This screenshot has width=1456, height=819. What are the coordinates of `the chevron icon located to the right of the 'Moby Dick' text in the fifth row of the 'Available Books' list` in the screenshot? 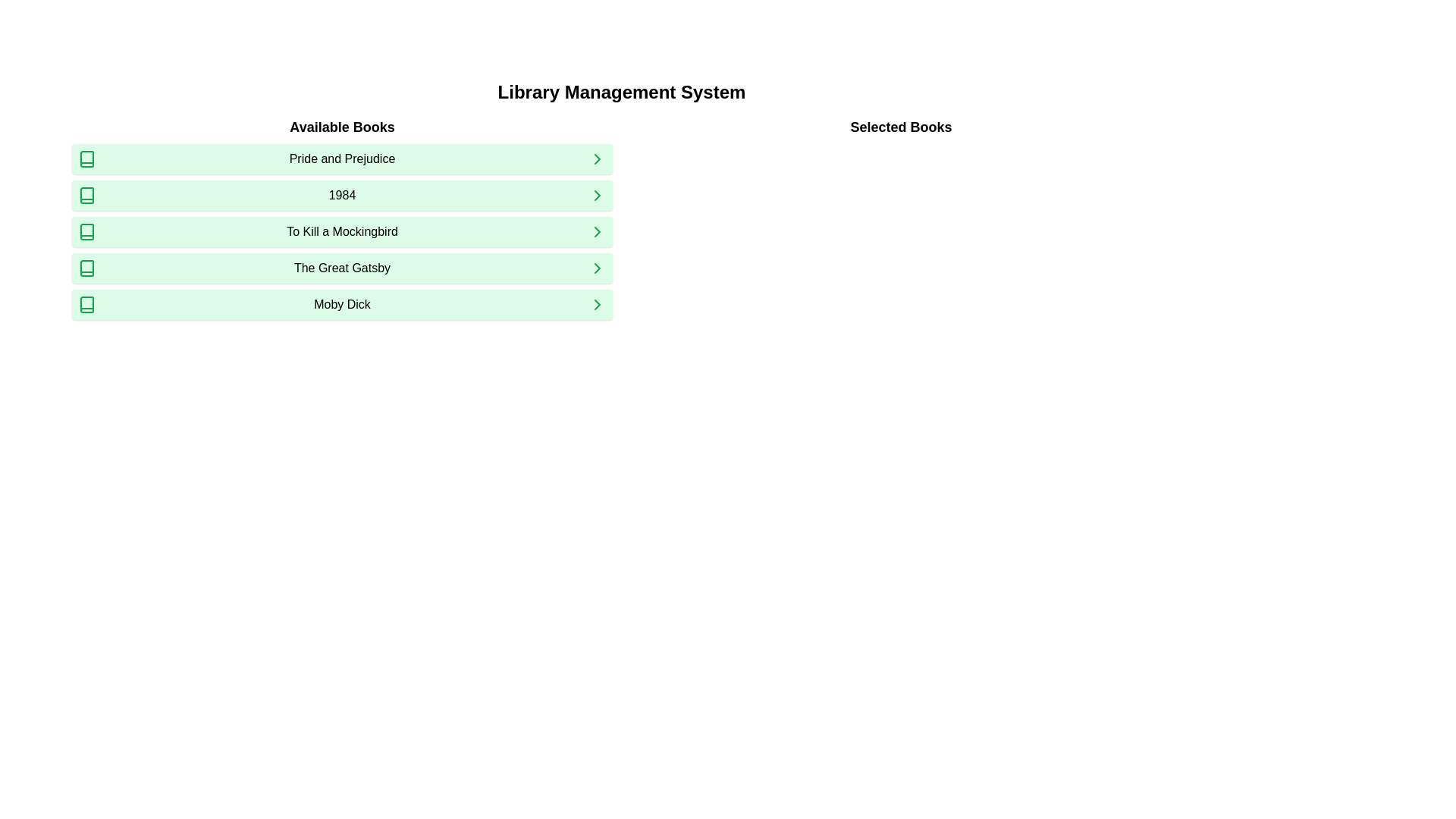 It's located at (596, 268).